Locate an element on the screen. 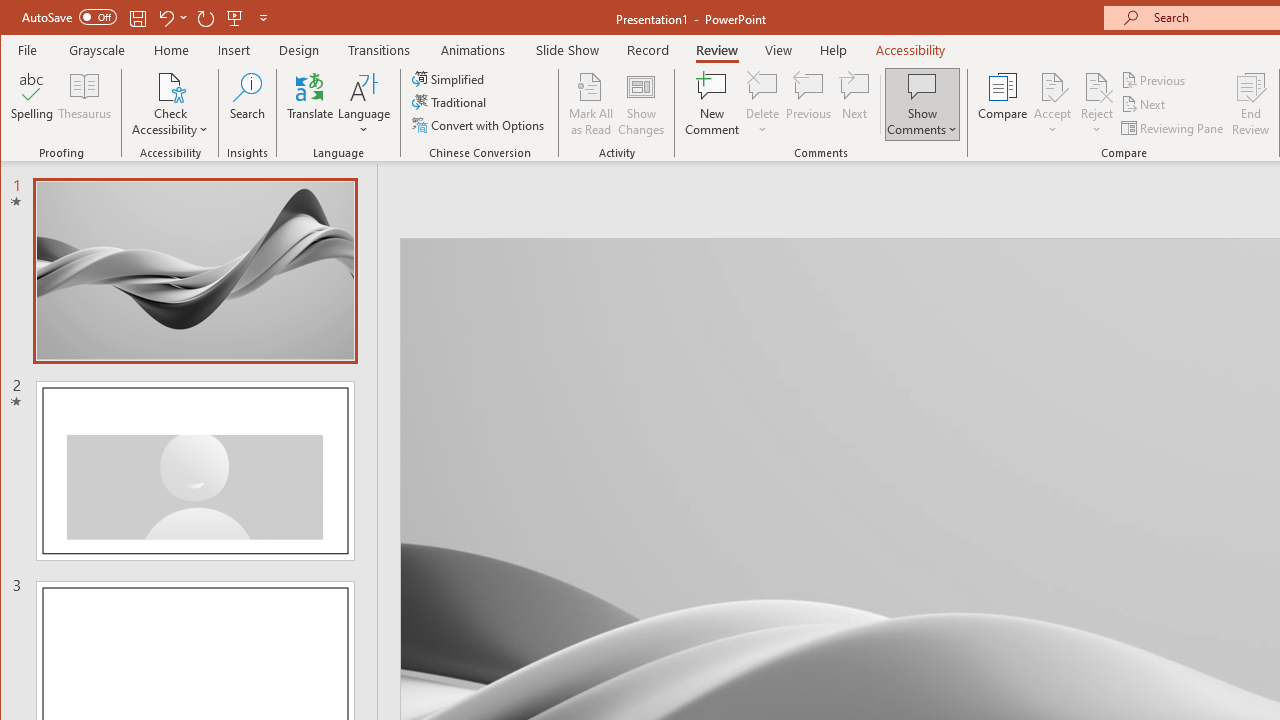 This screenshot has height=720, width=1280. 'Search' is located at coordinates (246, 104).